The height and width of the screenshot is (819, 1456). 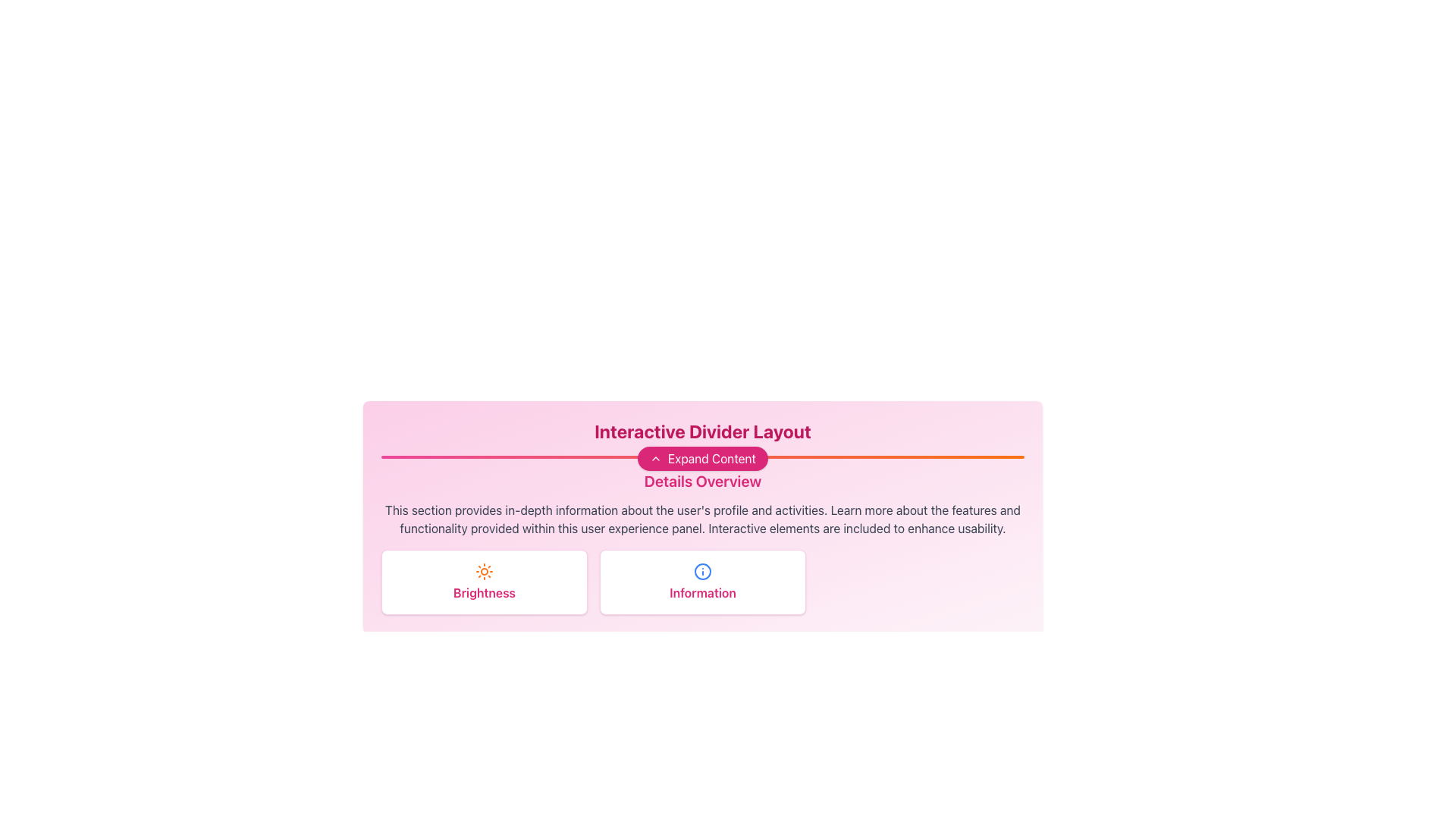 I want to click on the orange sun icon that symbolizes brightness, which is located above the 'Brightness' label on a rounded white card within a pink-themed interface, so click(x=483, y=571).